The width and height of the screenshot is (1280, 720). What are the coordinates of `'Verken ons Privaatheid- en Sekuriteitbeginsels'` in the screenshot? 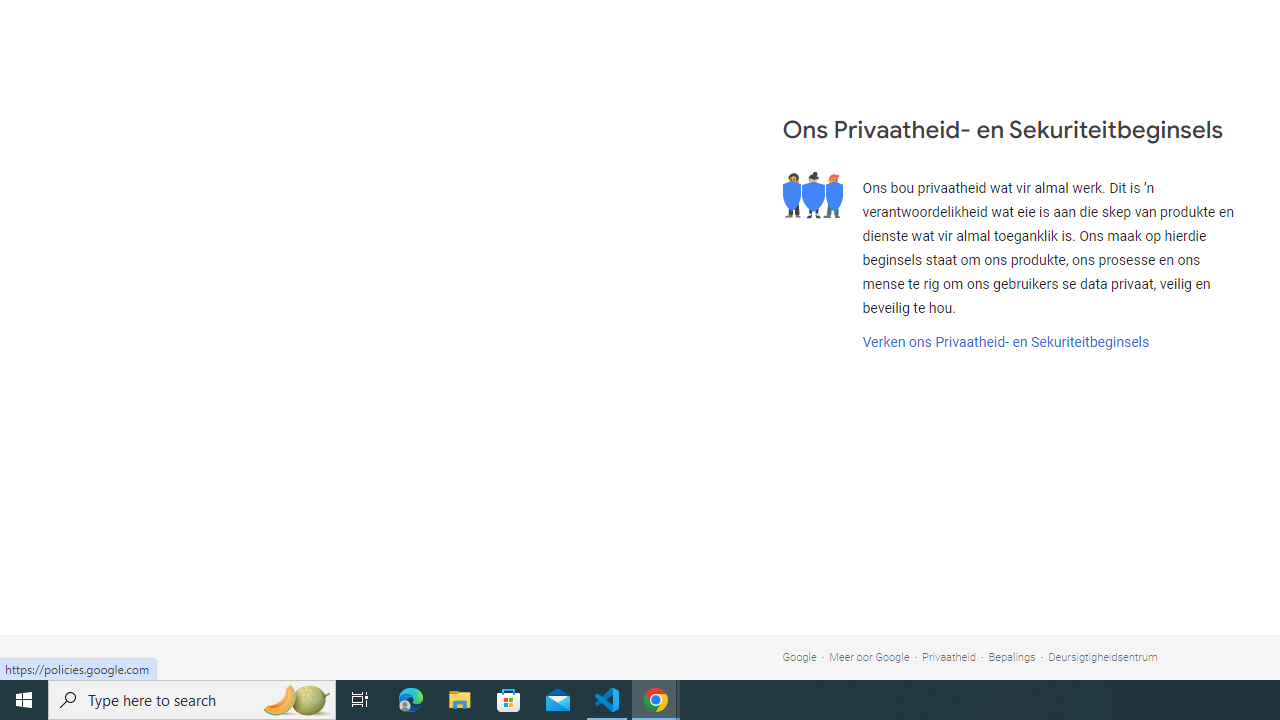 It's located at (1005, 341).